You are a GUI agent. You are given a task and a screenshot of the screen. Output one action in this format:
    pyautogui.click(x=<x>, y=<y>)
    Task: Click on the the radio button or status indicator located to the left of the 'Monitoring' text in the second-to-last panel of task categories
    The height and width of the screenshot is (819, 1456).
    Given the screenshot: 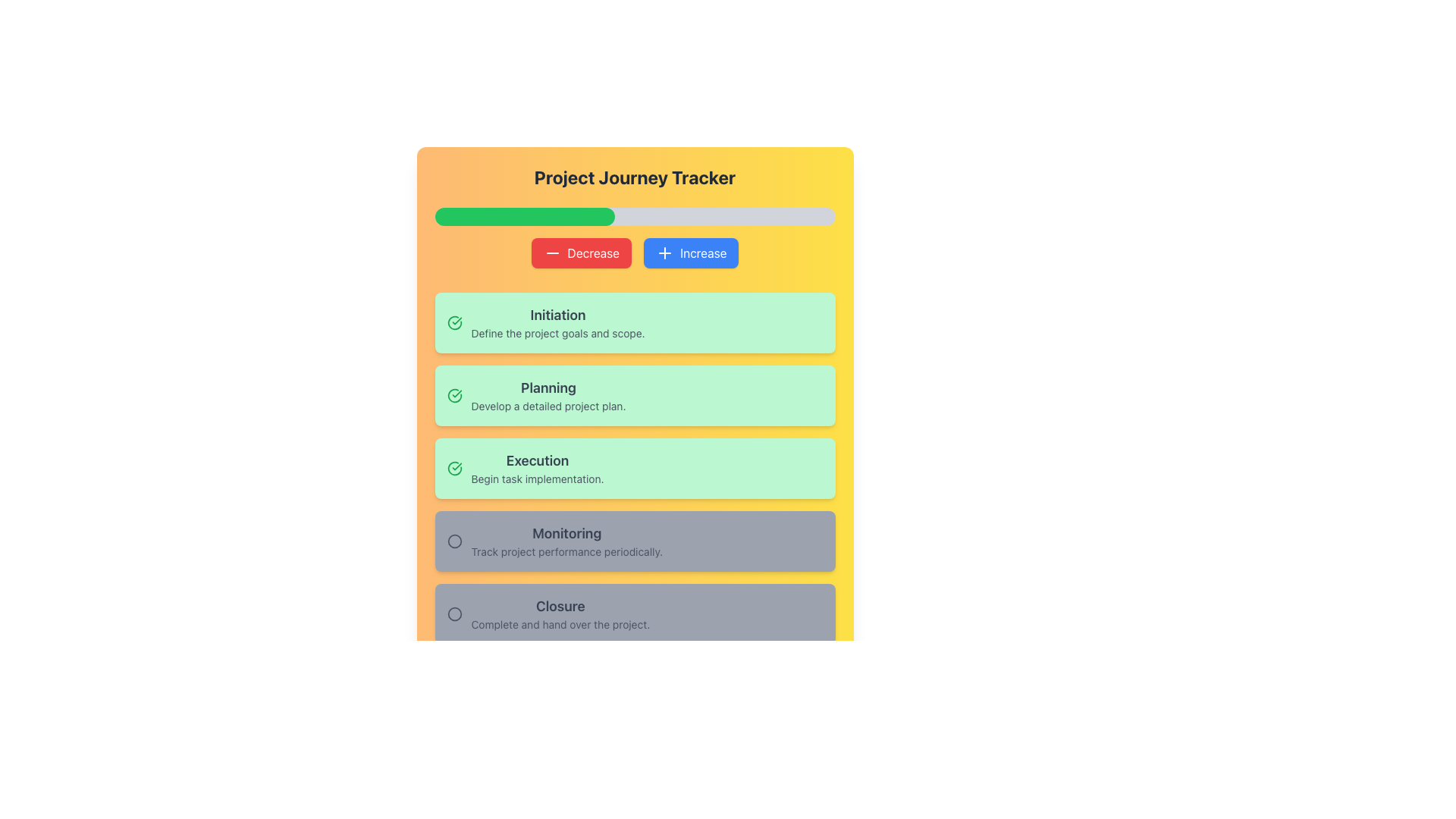 What is the action you would take?
    pyautogui.click(x=453, y=540)
    